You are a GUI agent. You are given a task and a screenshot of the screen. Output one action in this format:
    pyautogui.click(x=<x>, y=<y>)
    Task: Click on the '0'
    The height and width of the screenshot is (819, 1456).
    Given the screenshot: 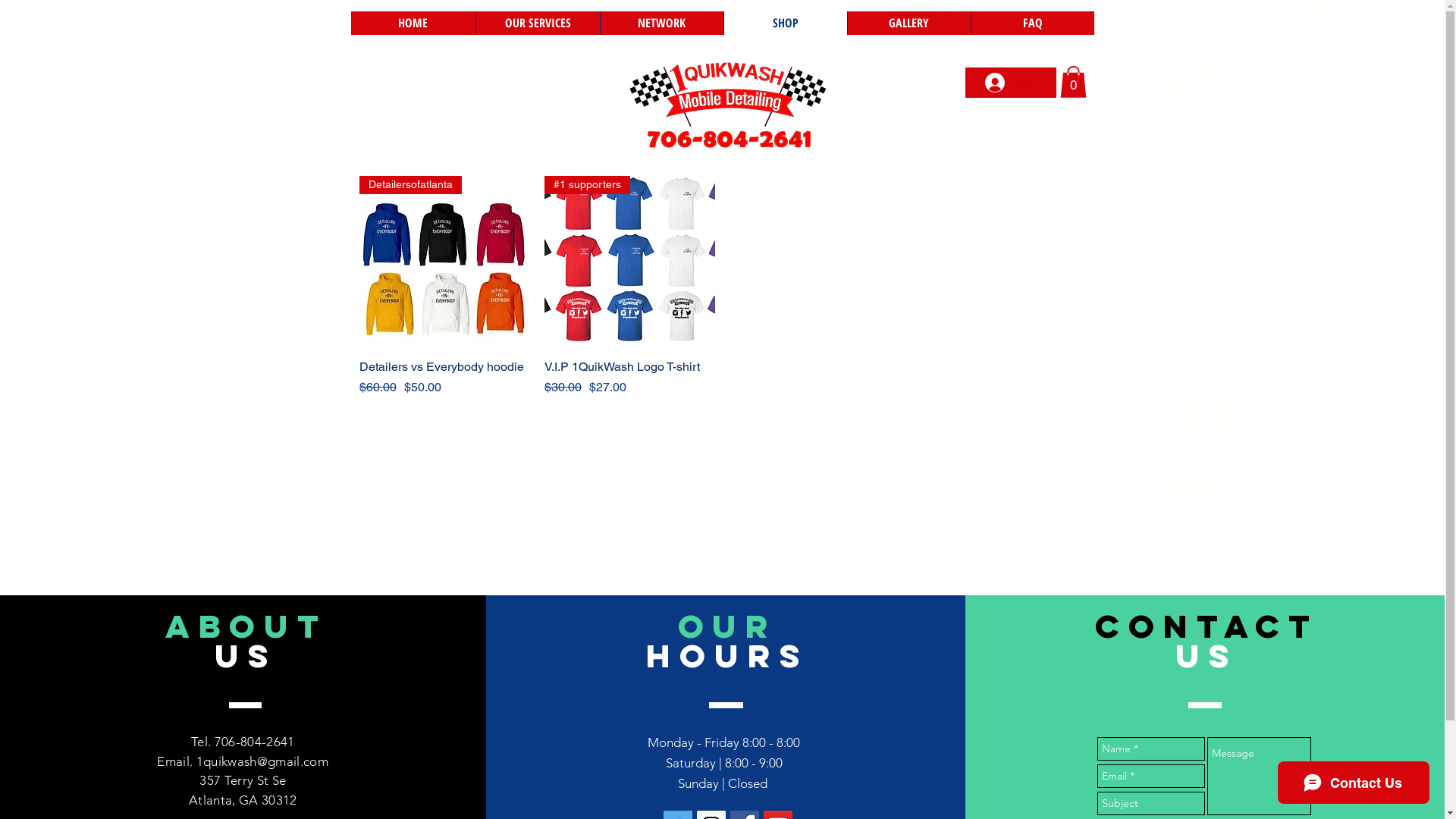 What is the action you would take?
    pyautogui.click(x=1072, y=82)
    